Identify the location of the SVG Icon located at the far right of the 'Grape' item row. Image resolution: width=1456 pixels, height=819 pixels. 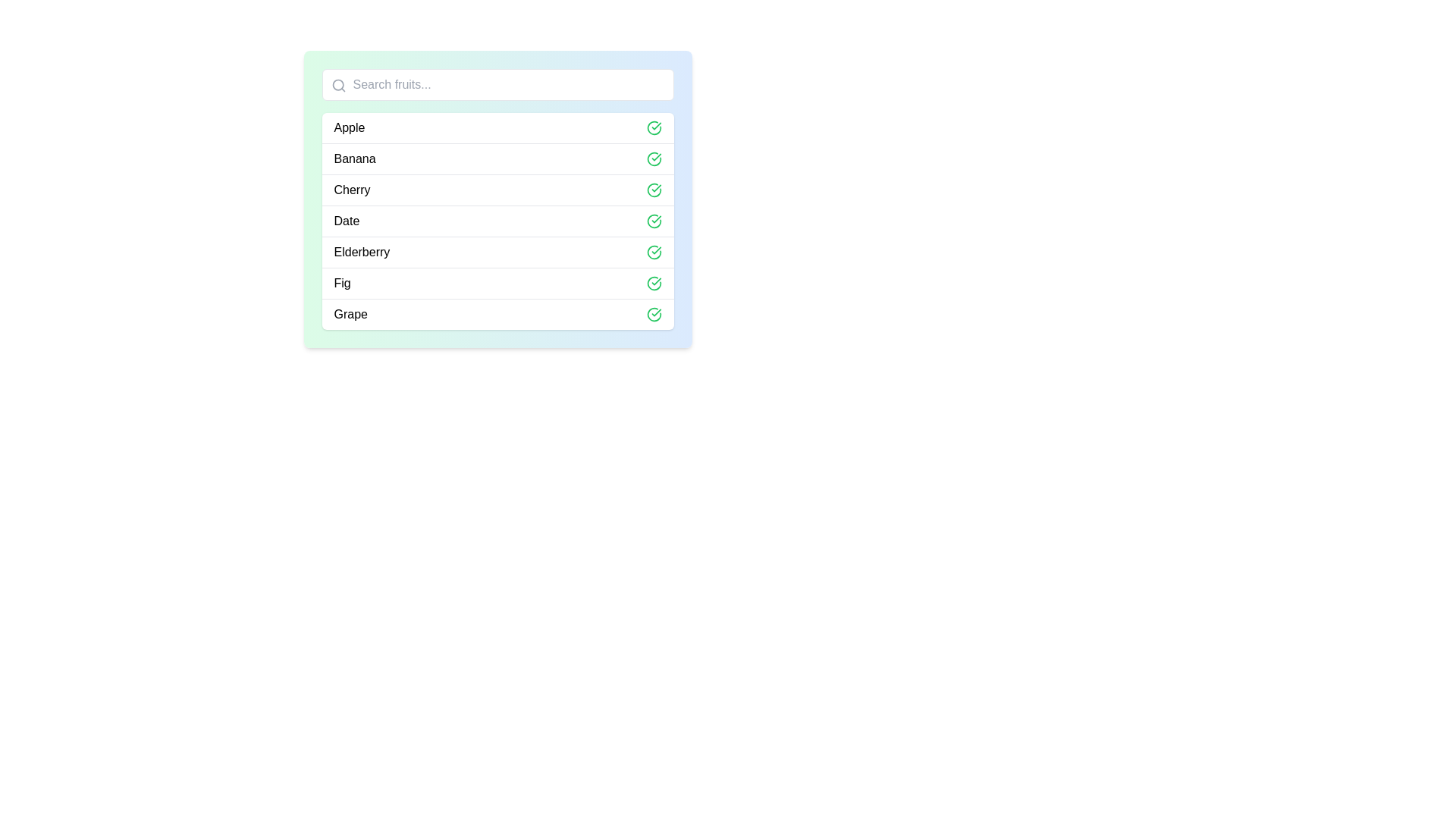
(654, 314).